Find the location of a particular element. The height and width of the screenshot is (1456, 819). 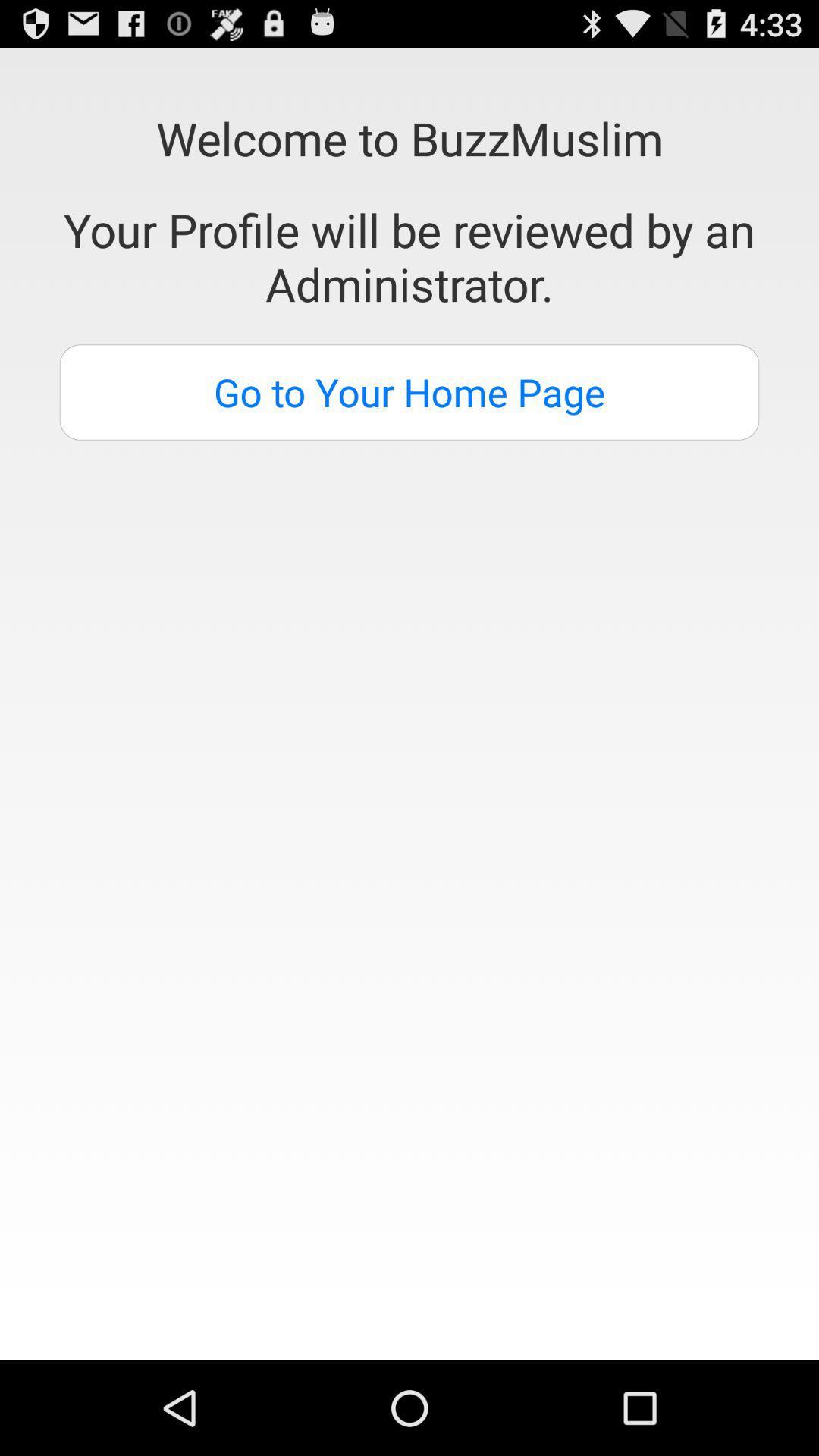

app below the your profile will icon is located at coordinates (409, 392).